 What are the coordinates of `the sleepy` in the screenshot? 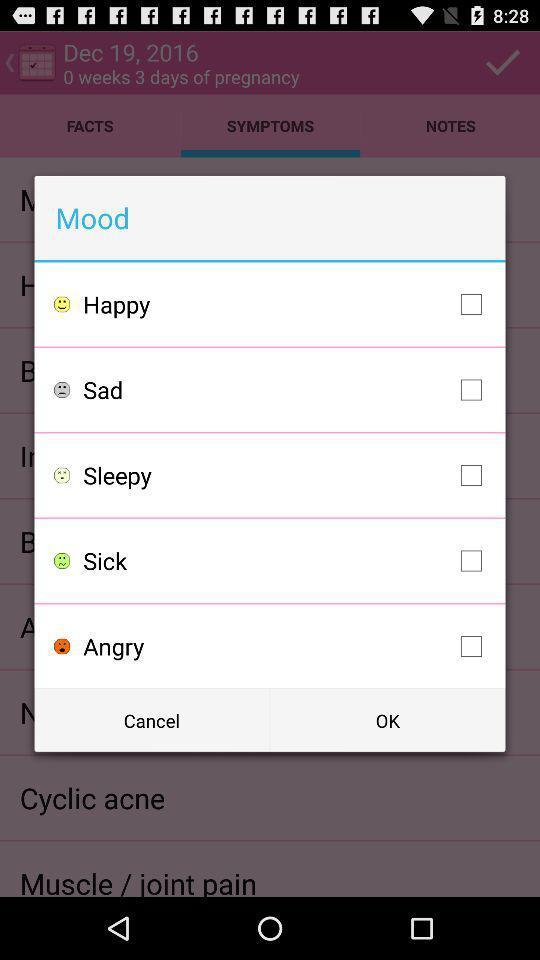 It's located at (286, 475).